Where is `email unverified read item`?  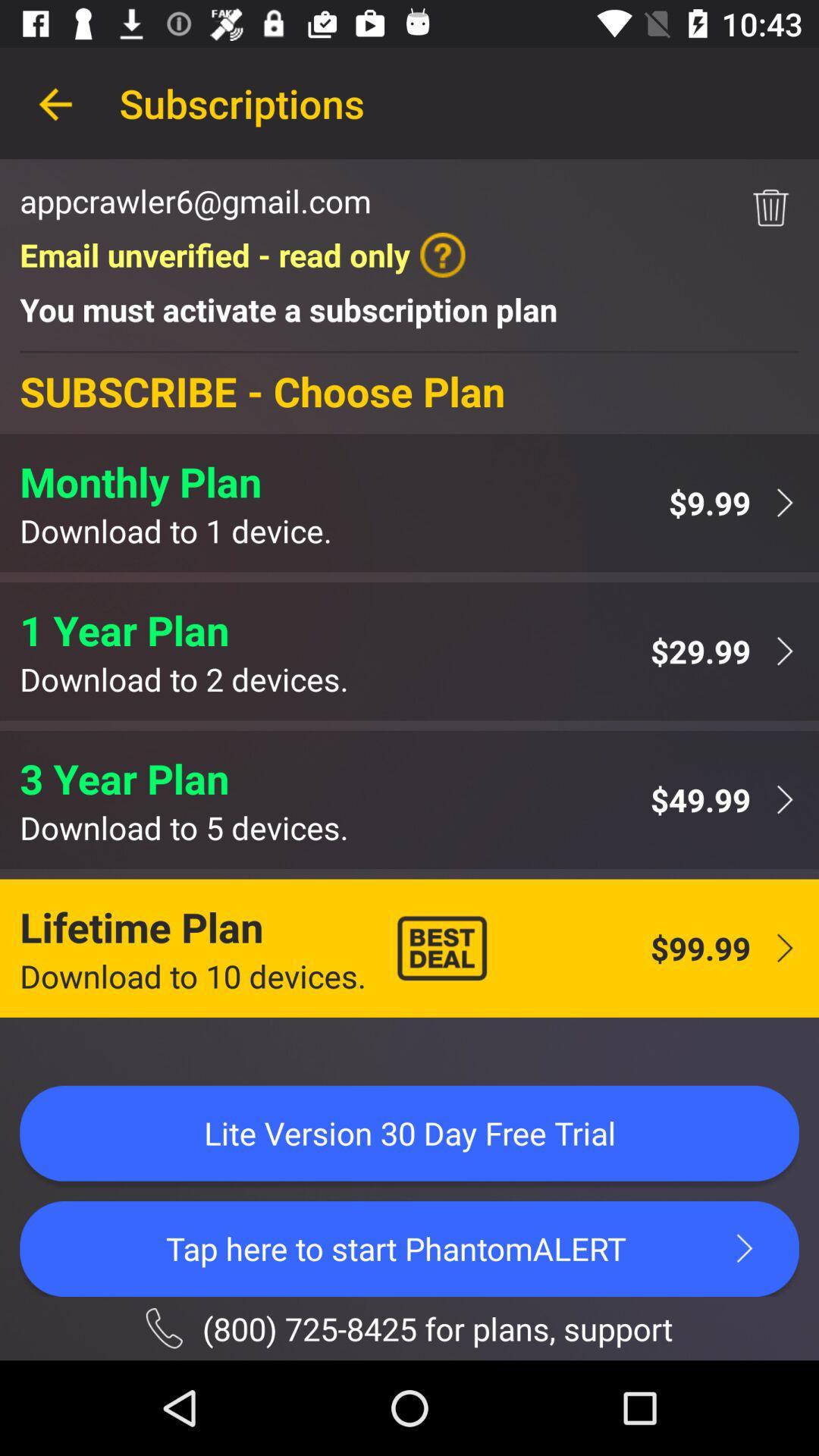 email unverified read item is located at coordinates (241, 255).